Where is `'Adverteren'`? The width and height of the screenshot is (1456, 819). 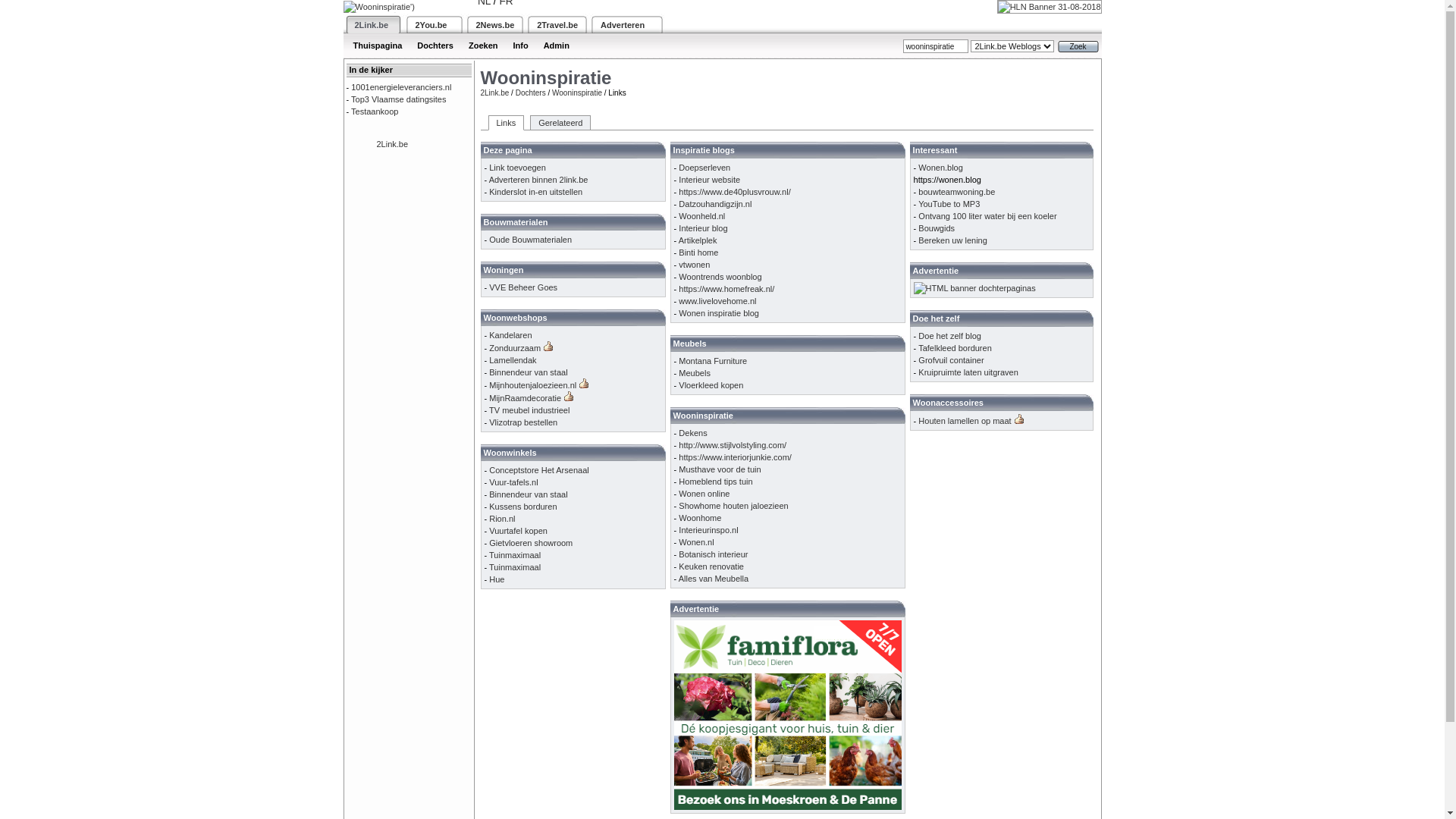 'Adverteren' is located at coordinates (622, 25).